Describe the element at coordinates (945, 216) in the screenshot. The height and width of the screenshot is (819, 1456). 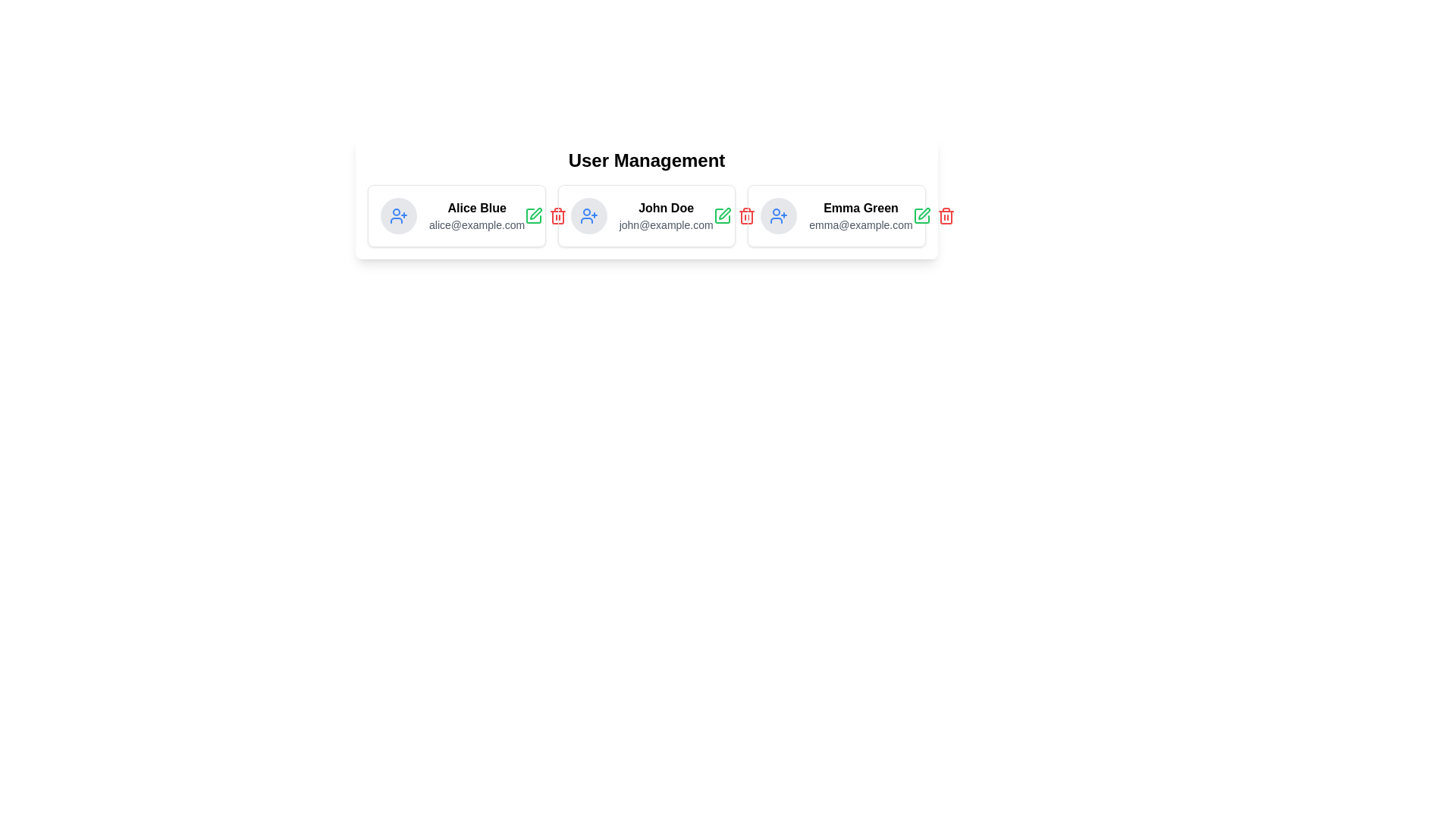
I see `the delete button associated with user 'Emma Green'` at that location.